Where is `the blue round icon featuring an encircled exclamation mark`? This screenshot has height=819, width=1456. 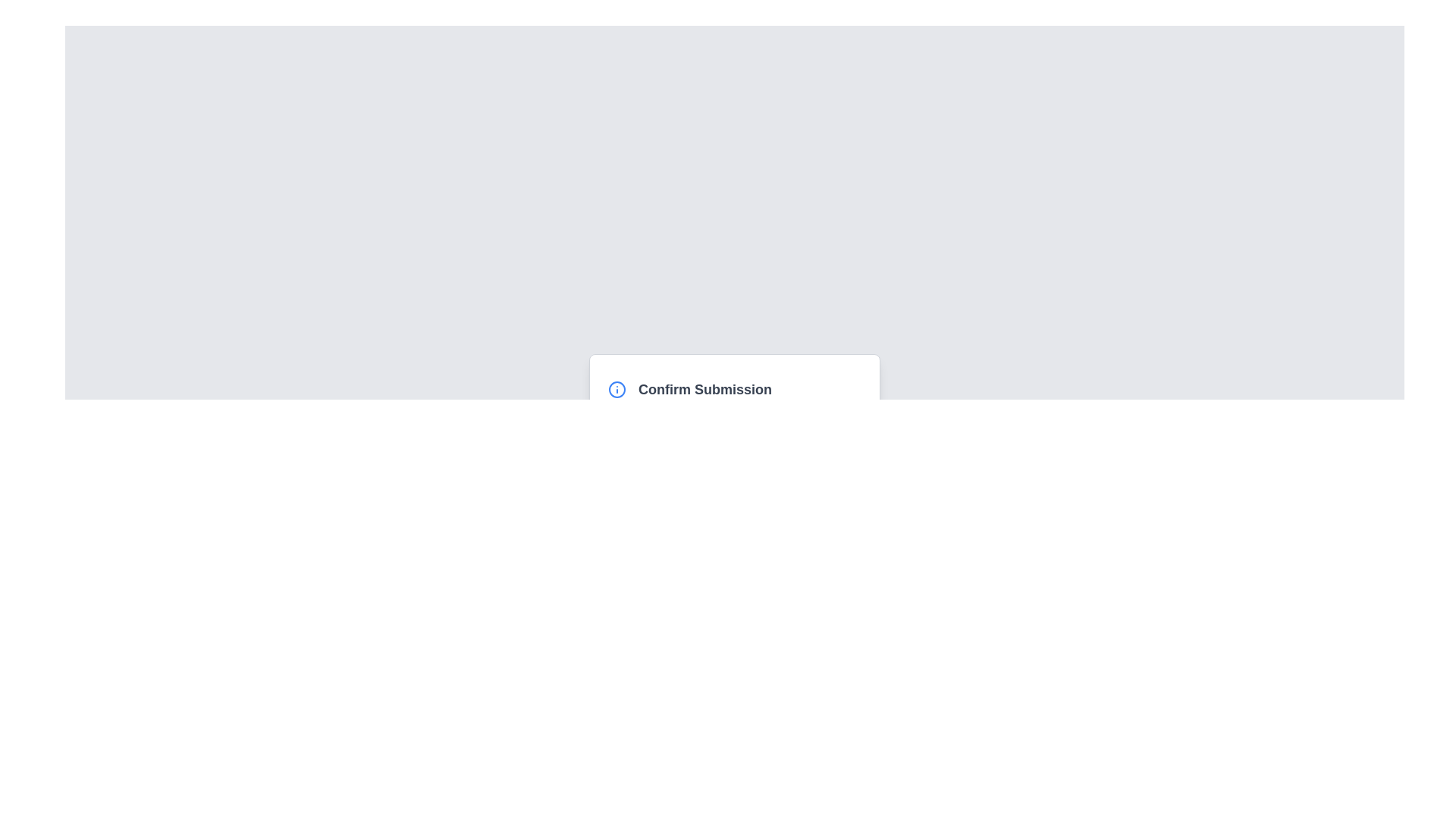
the blue round icon featuring an encircled exclamation mark is located at coordinates (617, 388).